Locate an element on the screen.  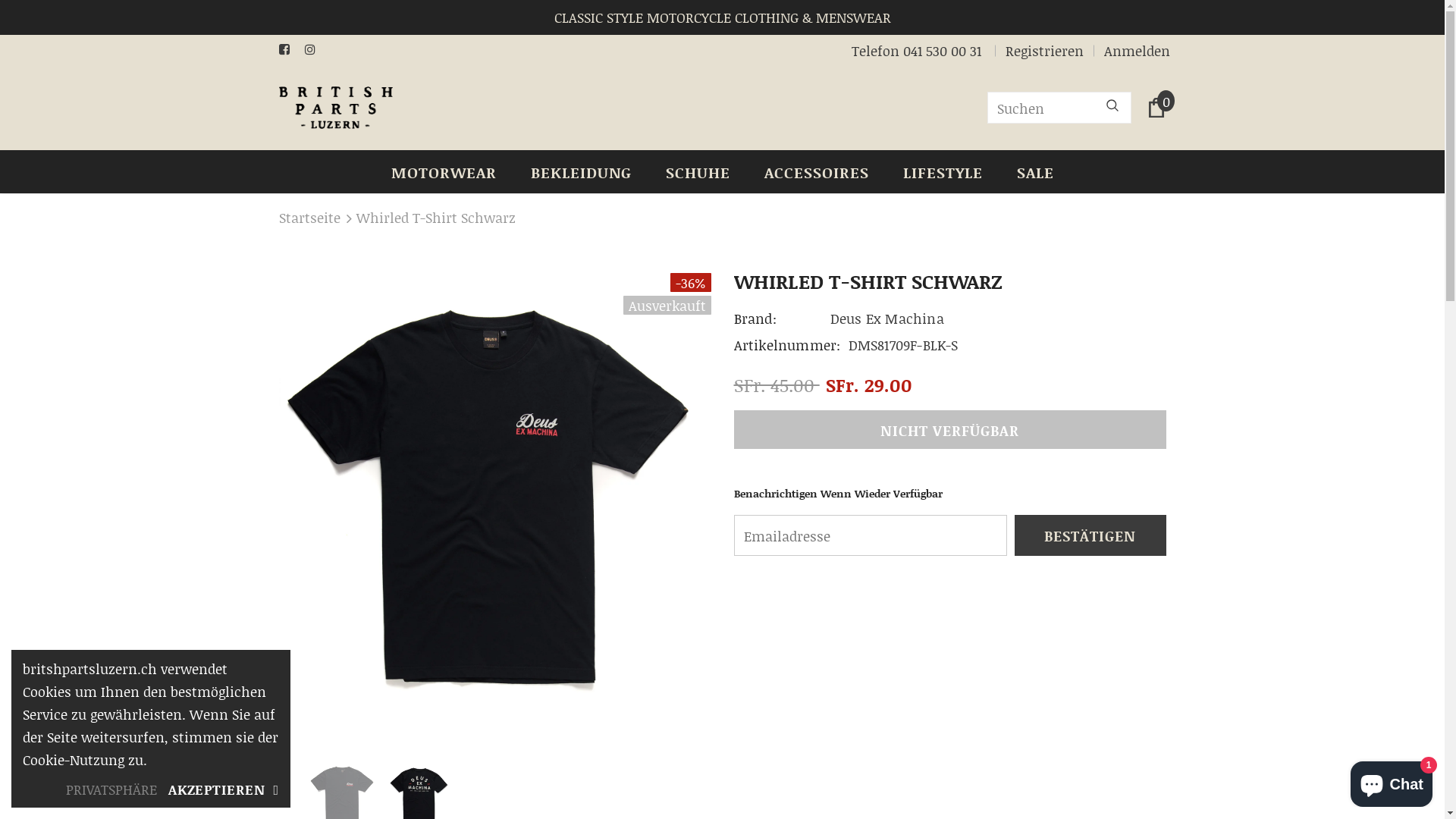
'Instagram' is located at coordinates (313, 49).